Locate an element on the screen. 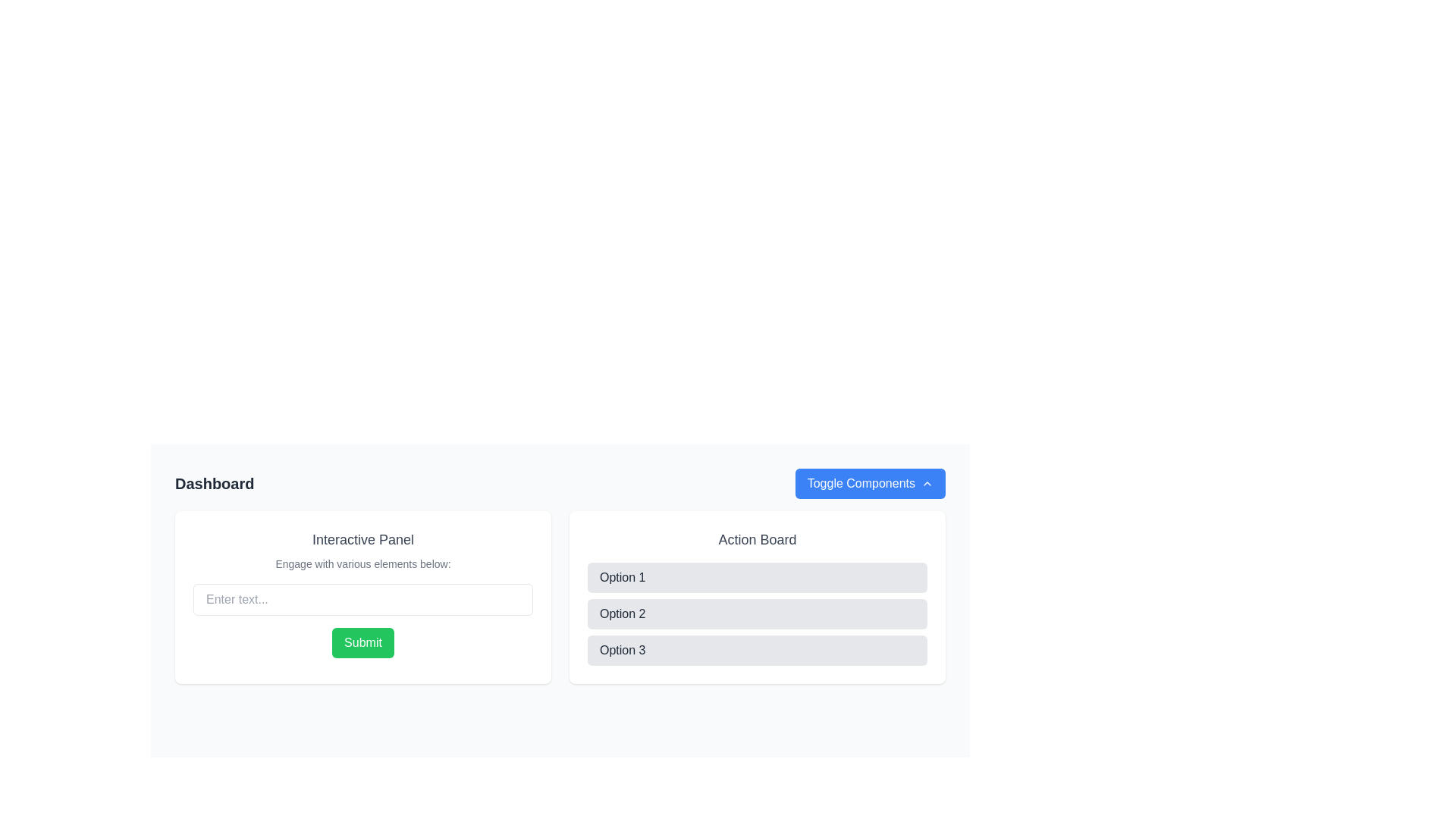 Image resolution: width=1456 pixels, height=819 pixels. instruction from the non-interactive text label located directly below the header 'Interactive Panel' and above the text input field is located at coordinates (362, 564).